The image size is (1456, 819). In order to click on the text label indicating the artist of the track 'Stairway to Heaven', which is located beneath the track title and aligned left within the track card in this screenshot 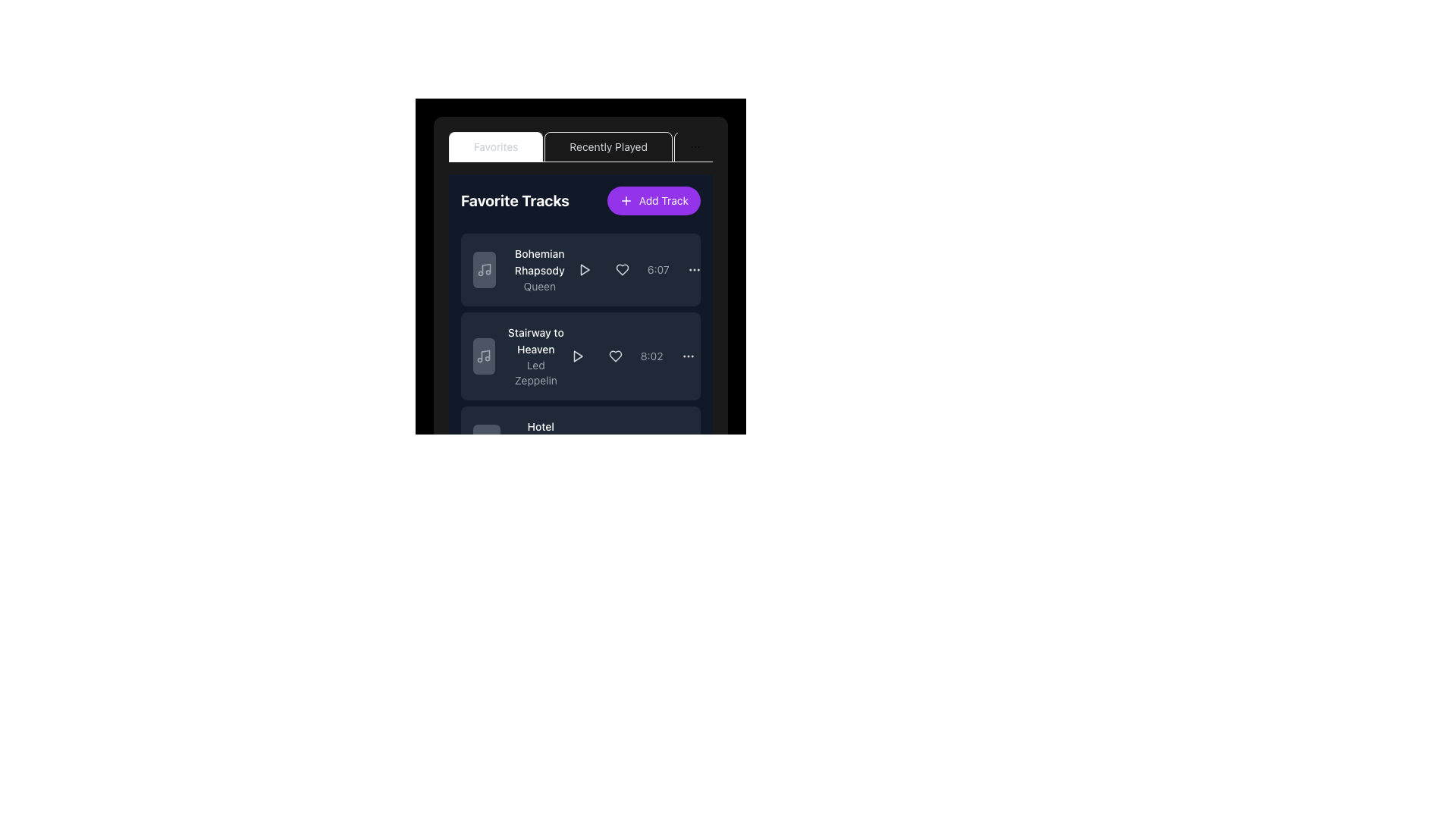, I will do `click(535, 373)`.